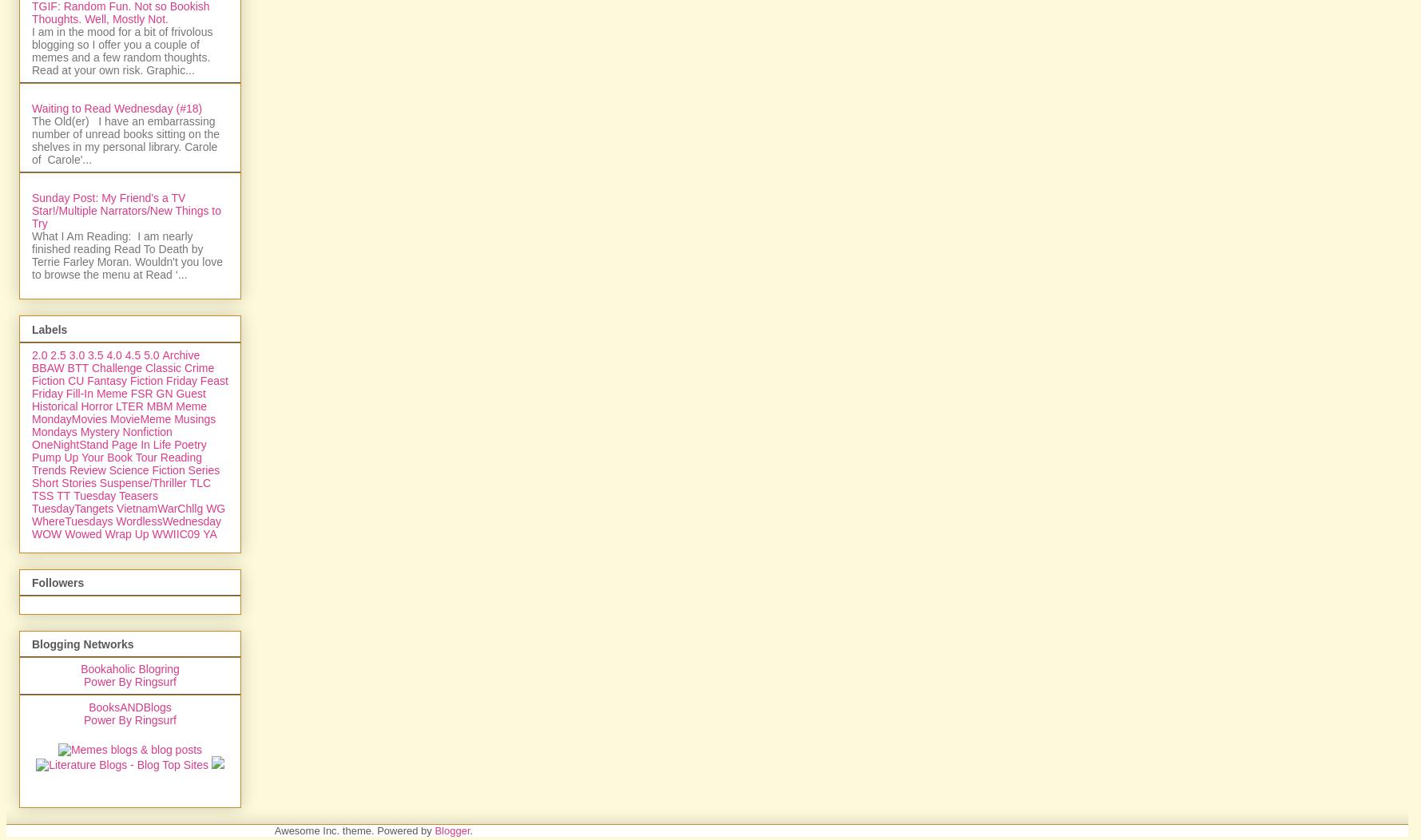  What do you see at coordinates (126, 707) in the screenshot?
I see `'Wrap Up'` at bounding box center [126, 707].